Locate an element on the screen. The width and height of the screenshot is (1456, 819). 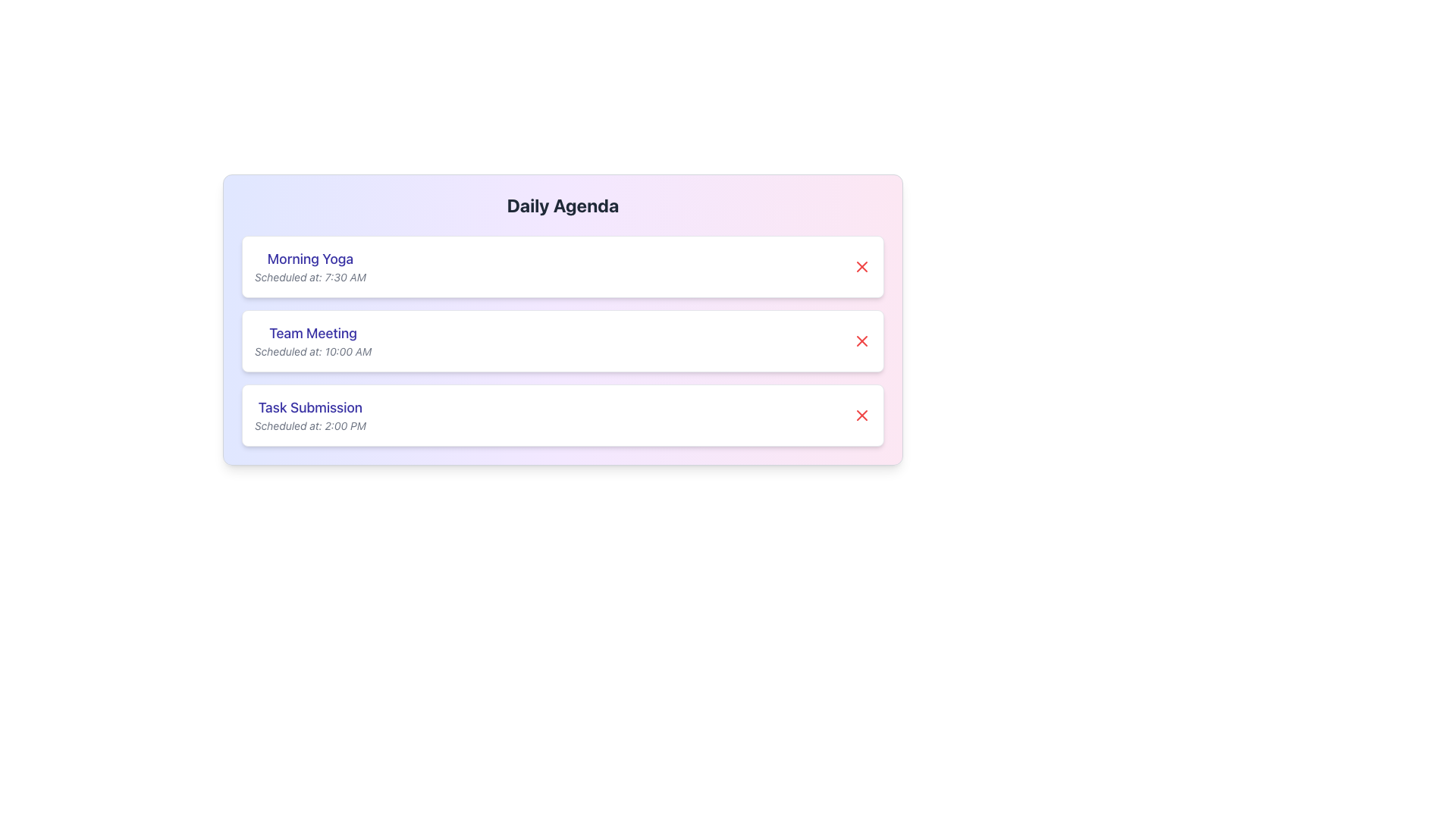
the text label displaying 'Task Submission' in the third card of the agenda items list is located at coordinates (309, 406).